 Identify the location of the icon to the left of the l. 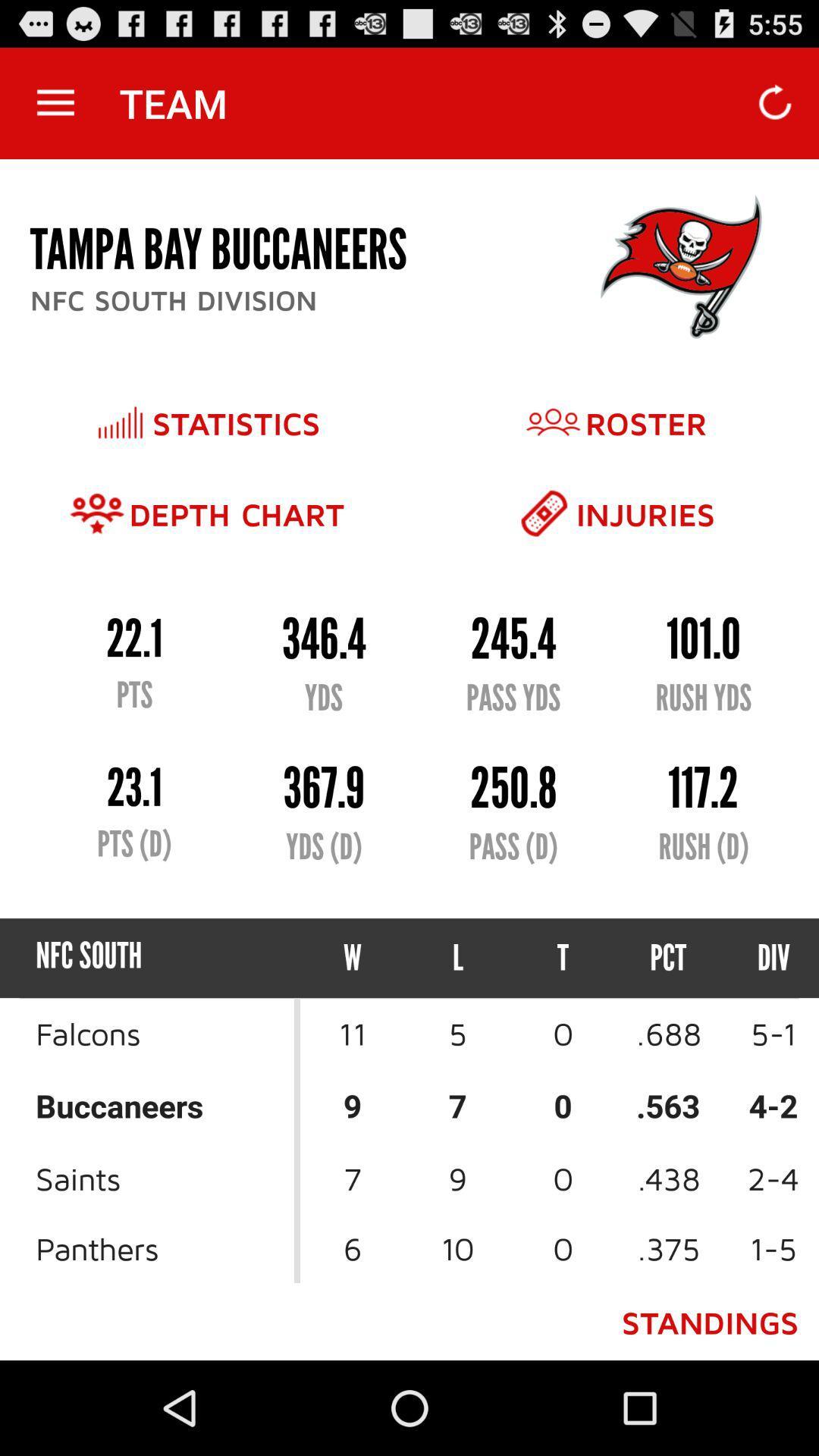
(353, 957).